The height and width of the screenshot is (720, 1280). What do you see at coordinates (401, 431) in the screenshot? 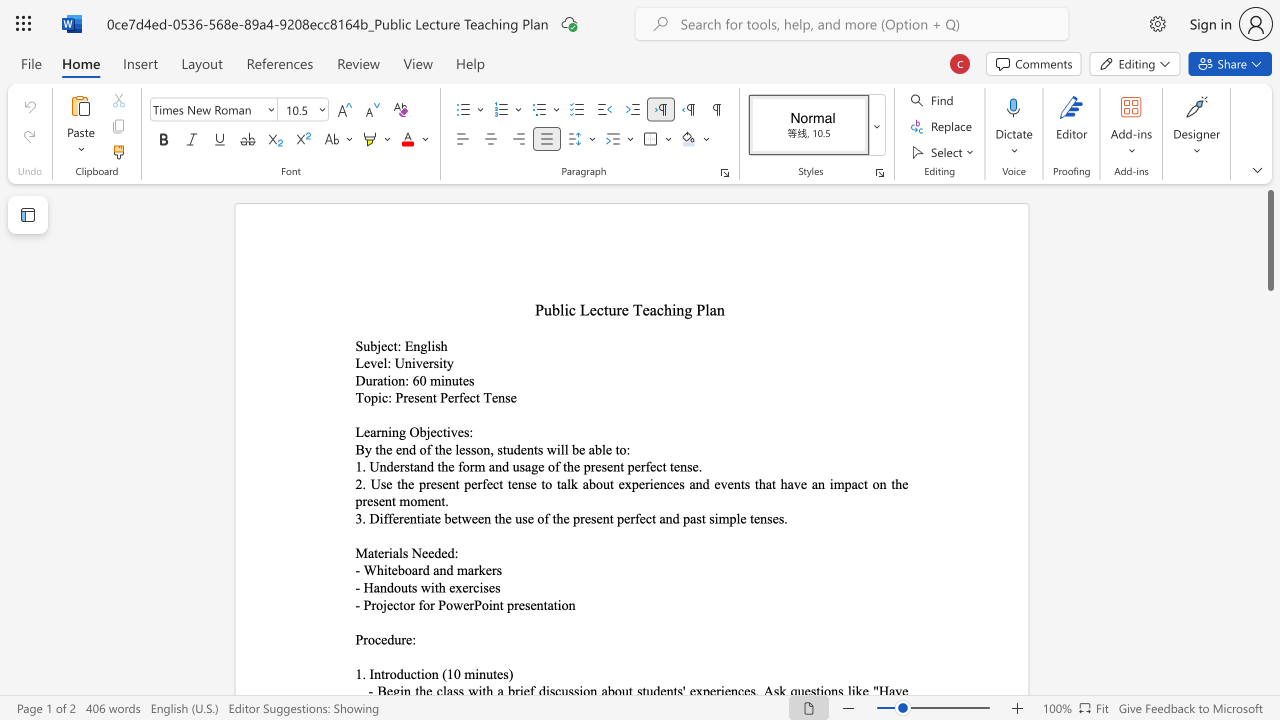
I see `the 1th character "g" in the text` at bounding box center [401, 431].